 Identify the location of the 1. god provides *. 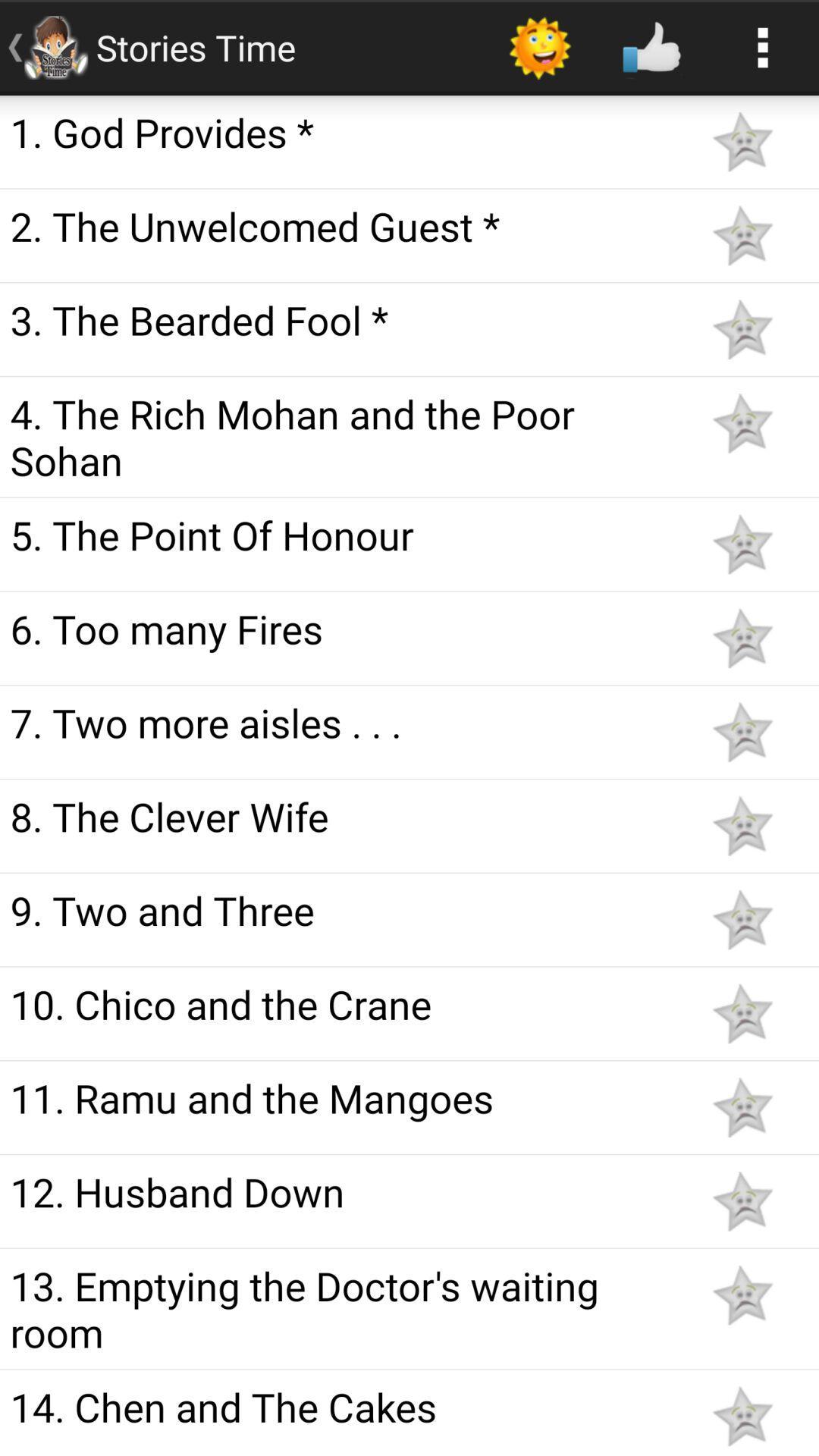
(343, 132).